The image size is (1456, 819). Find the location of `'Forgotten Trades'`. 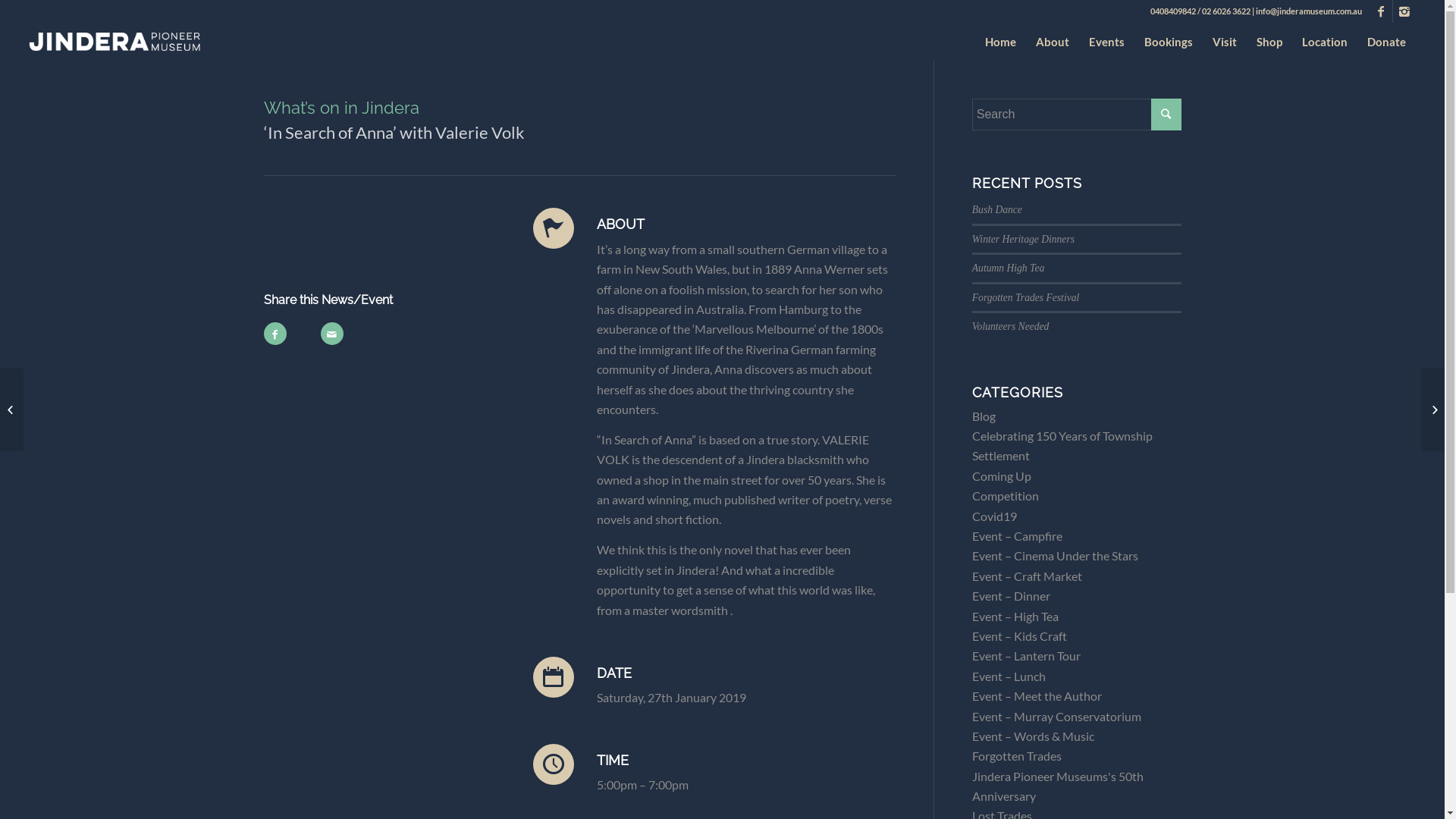

'Forgotten Trades' is located at coordinates (1016, 755).